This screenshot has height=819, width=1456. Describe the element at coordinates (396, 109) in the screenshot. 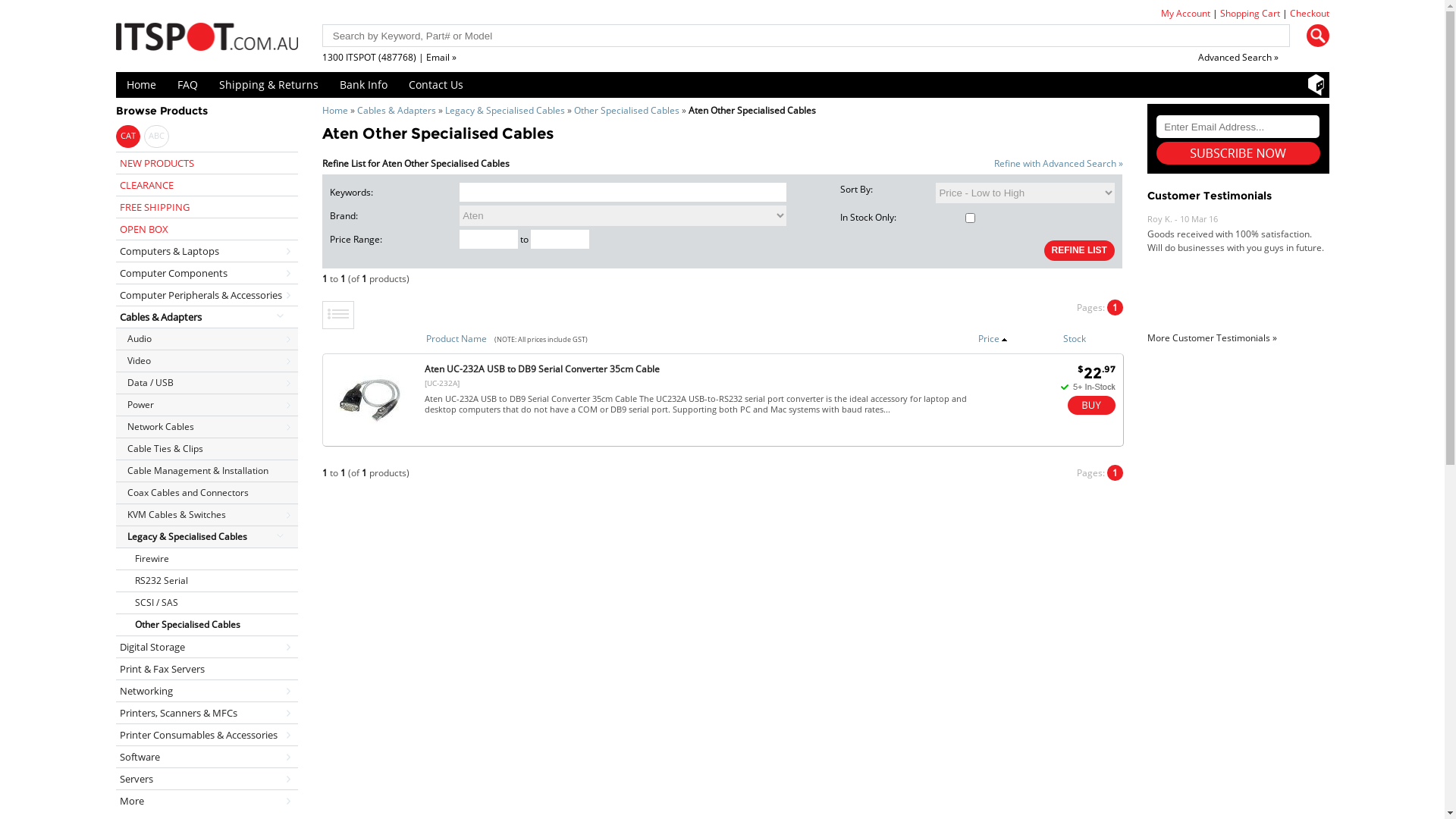

I see `'Cables & Adapters'` at that location.